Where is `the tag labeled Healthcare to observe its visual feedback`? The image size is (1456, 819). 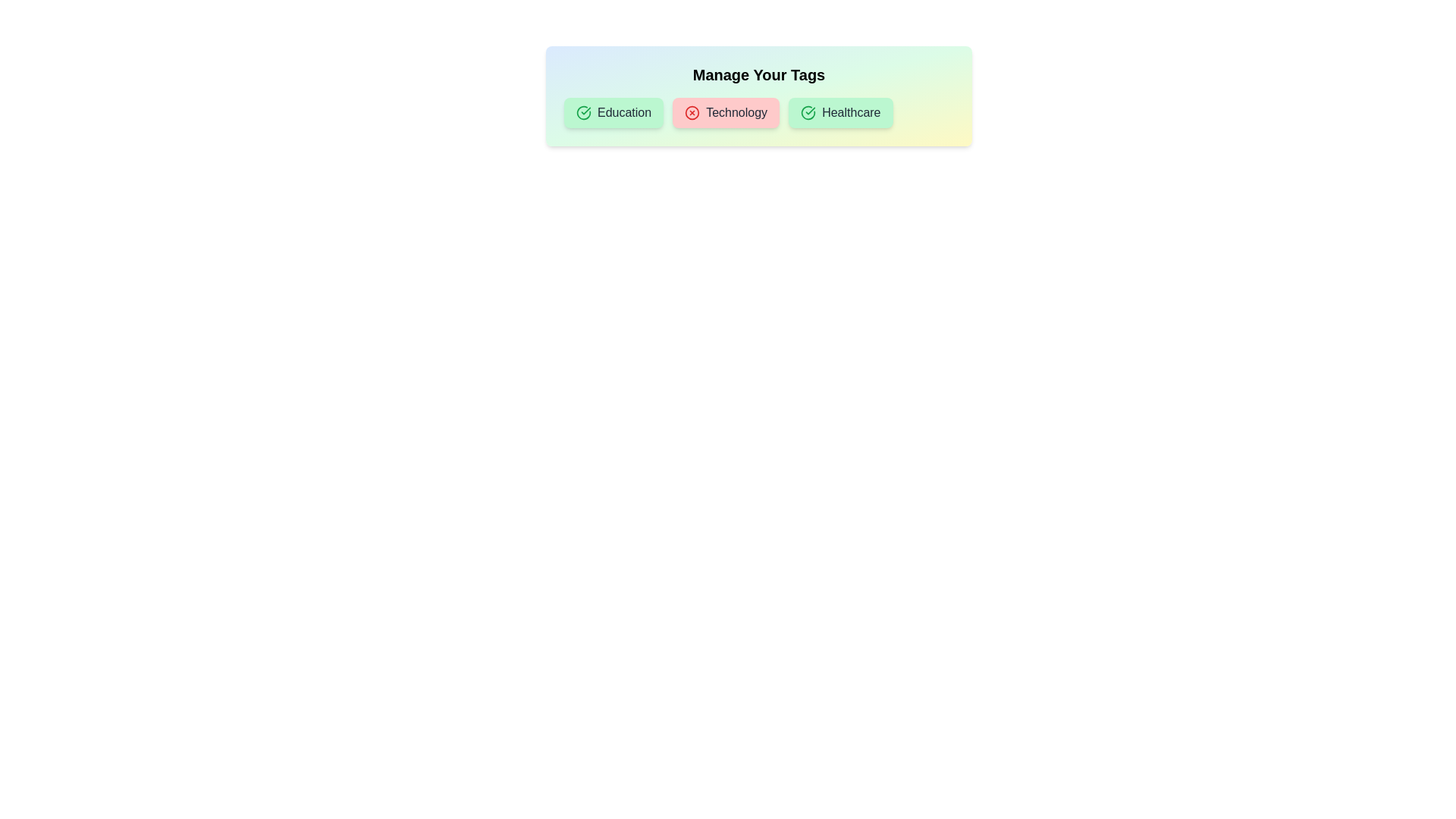
the tag labeled Healthcare to observe its visual feedback is located at coordinates (839, 112).